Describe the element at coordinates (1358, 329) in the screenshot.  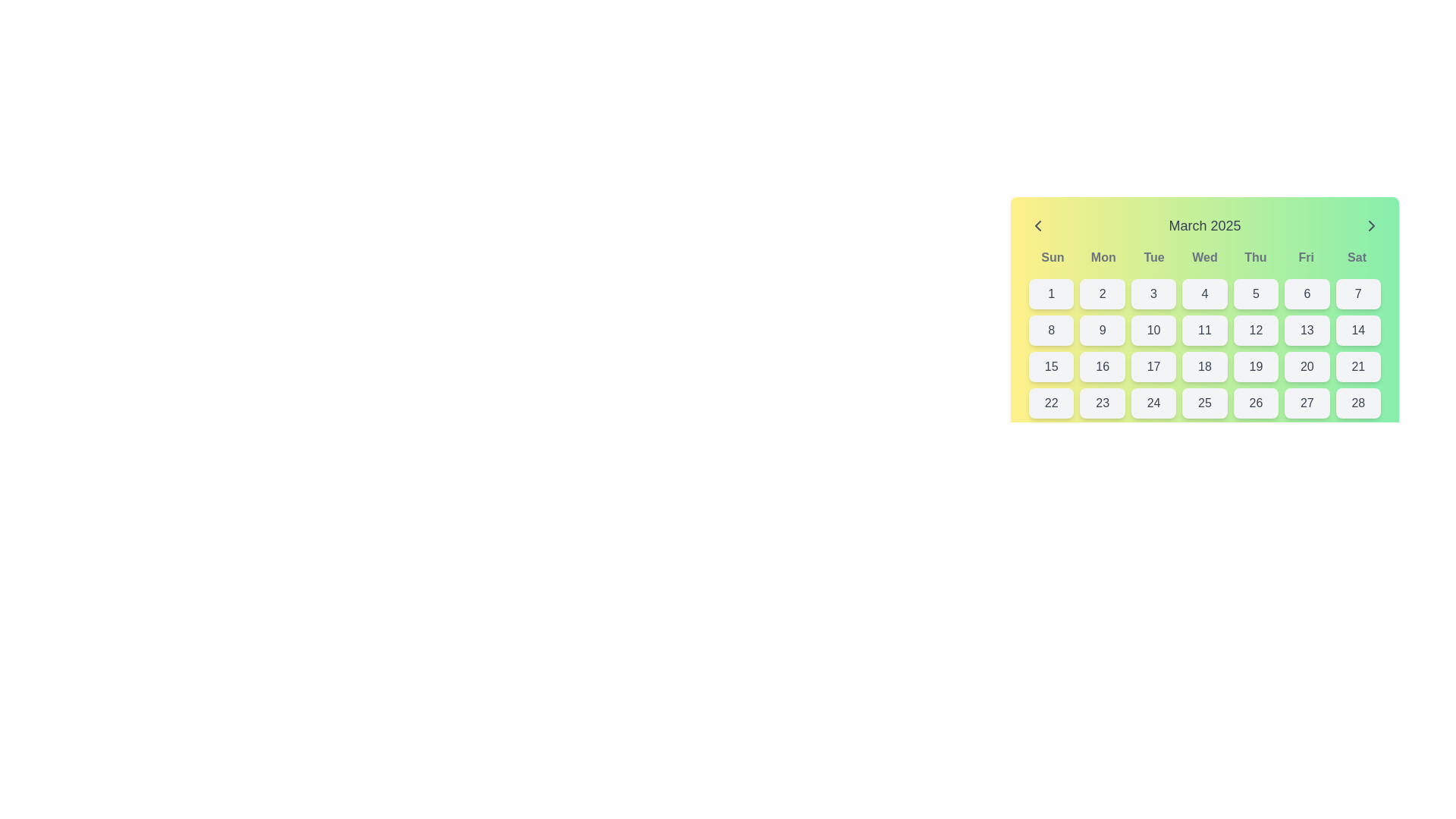
I see `the button representing the 14th day of March 2025 in the calendar widget` at that location.